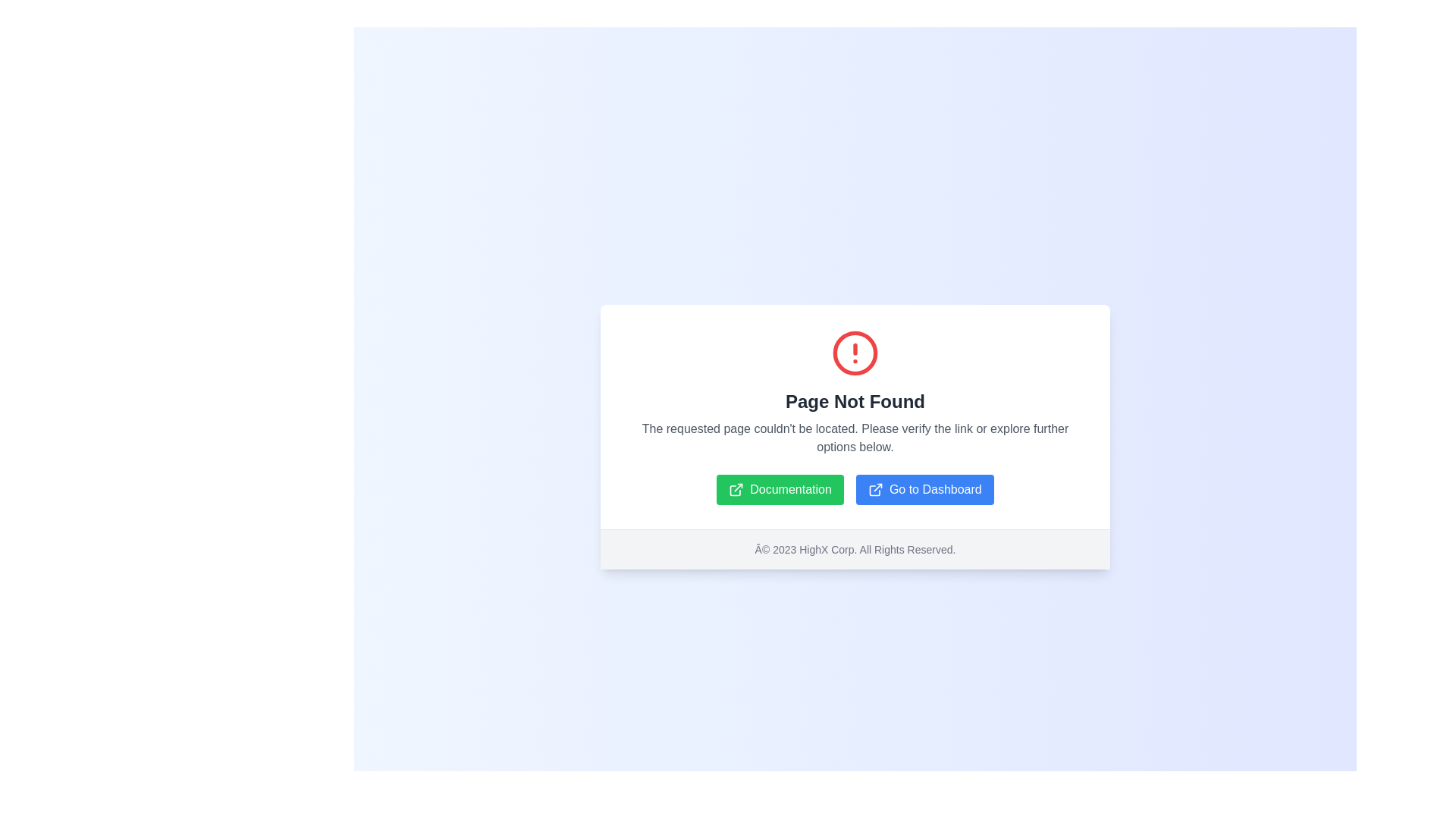  Describe the element at coordinates (855, 549) in the screenshot. I see `the footer text label that provides copyright information, located at the bottom of the modal, below the 'Documentation' and 'Go to Dashboard' buttons` at that location.